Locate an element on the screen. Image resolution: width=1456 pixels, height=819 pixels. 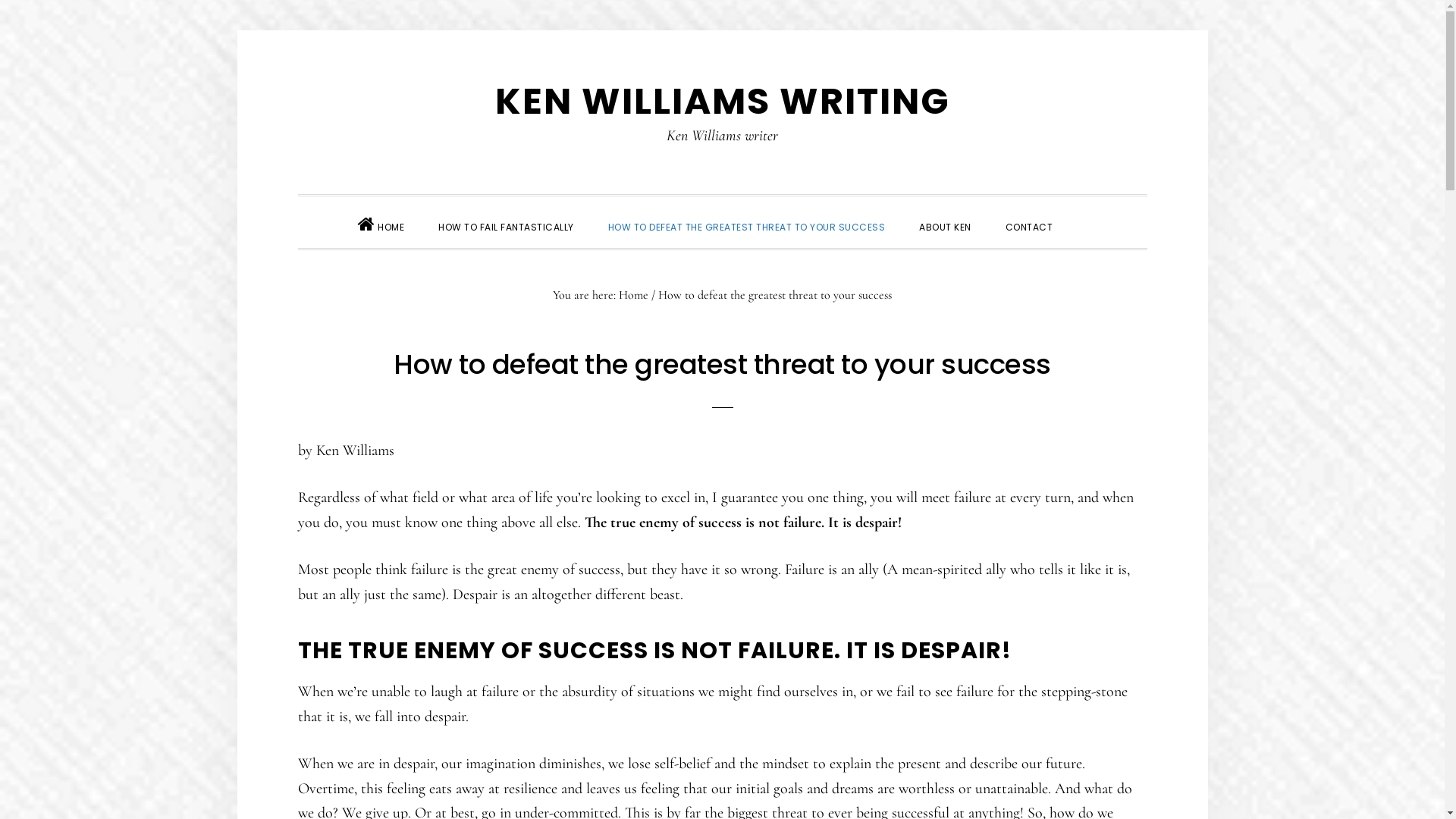
'KEN WILLIAMS WRITING' is located at coordinates (720, 101).